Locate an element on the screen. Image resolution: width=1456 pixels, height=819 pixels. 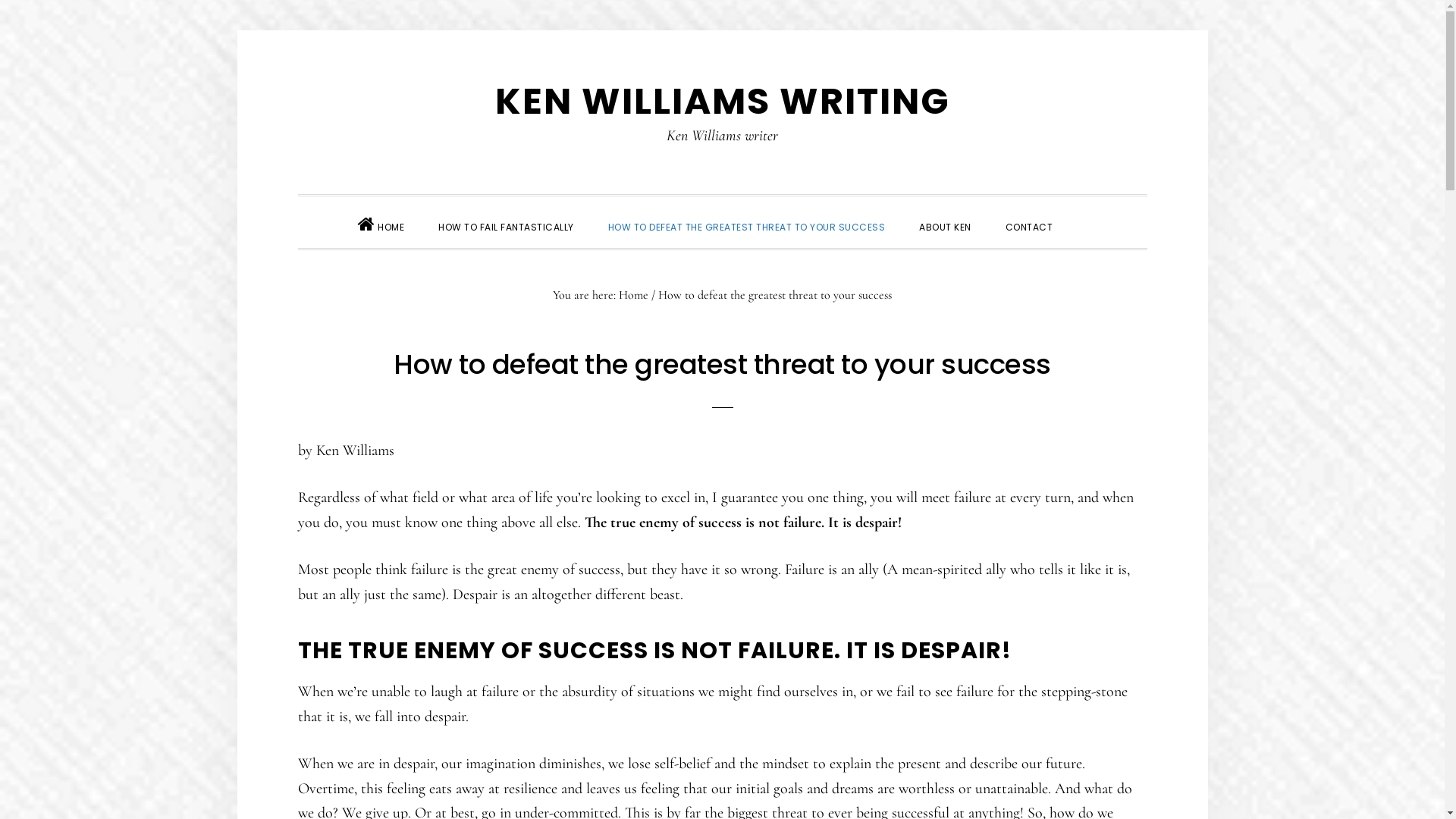
'KEN WILLIAMS WRITING' is located at coordinates (720, 101).